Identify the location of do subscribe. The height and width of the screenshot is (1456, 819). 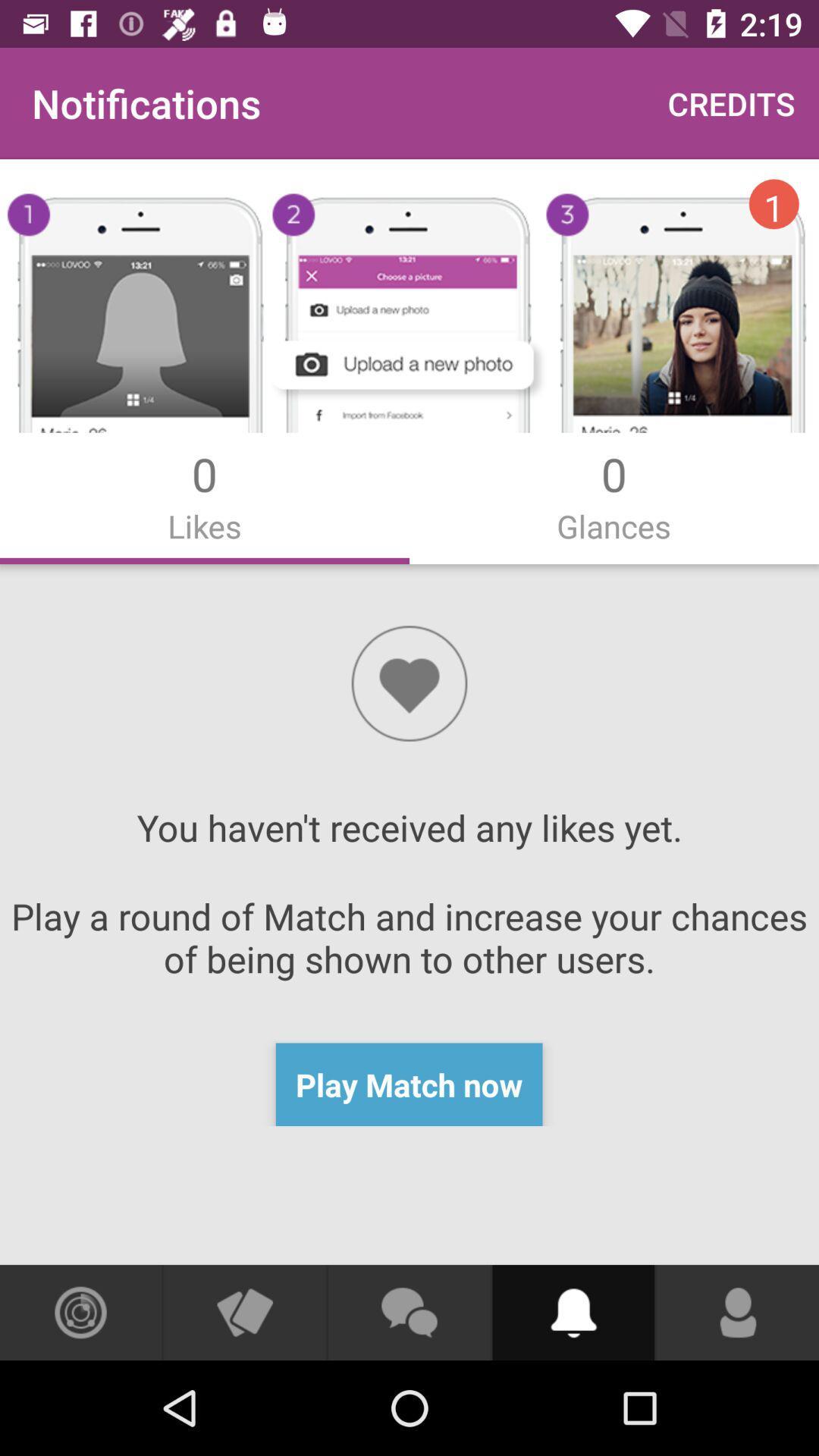
(573, 1312).